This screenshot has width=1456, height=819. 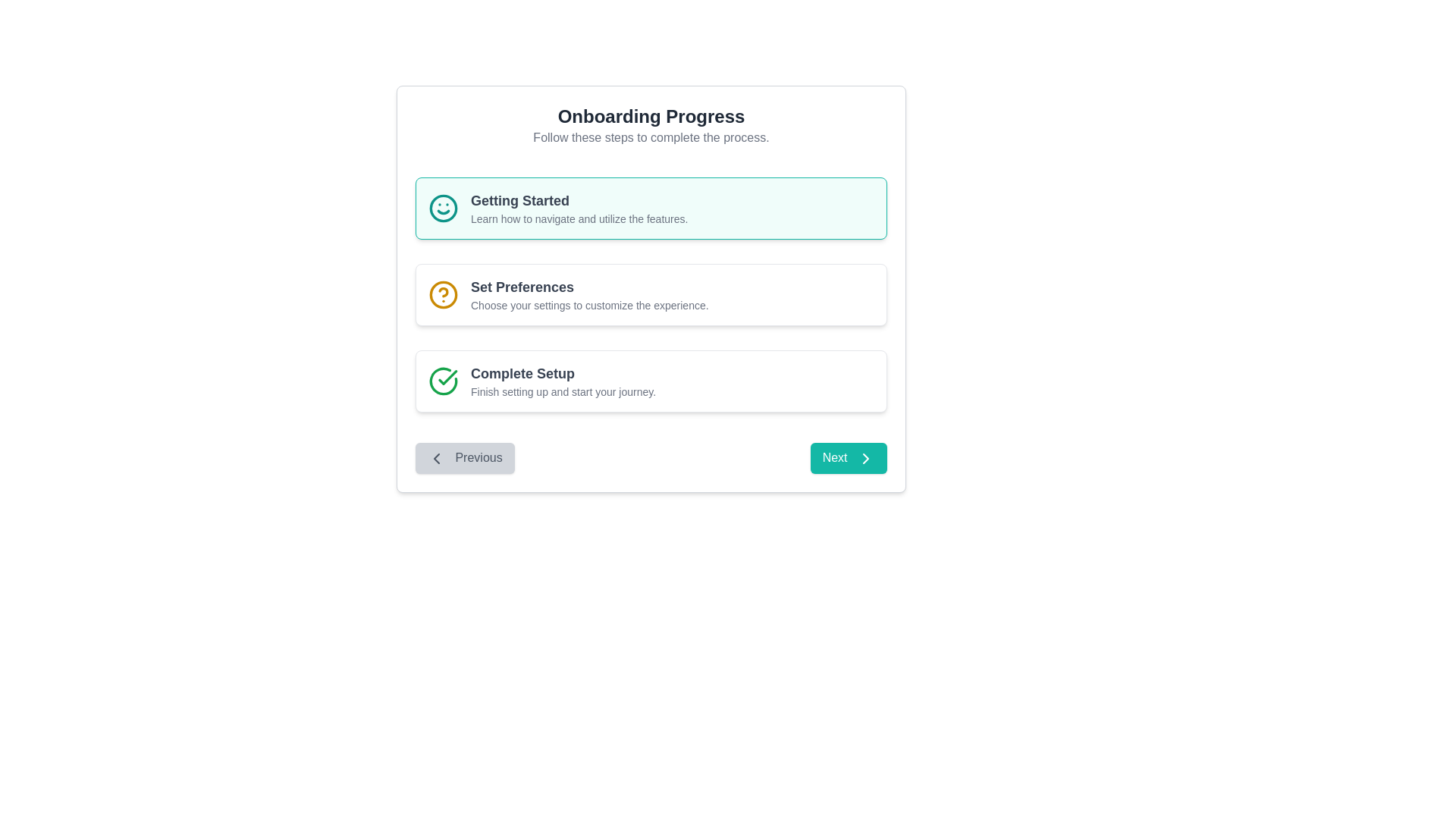 I want to click on the circular component of the SVG icon representing a smiling face, which is part of the 'Getting Started' step in the onboarding interface, so click(x=443, y=208).